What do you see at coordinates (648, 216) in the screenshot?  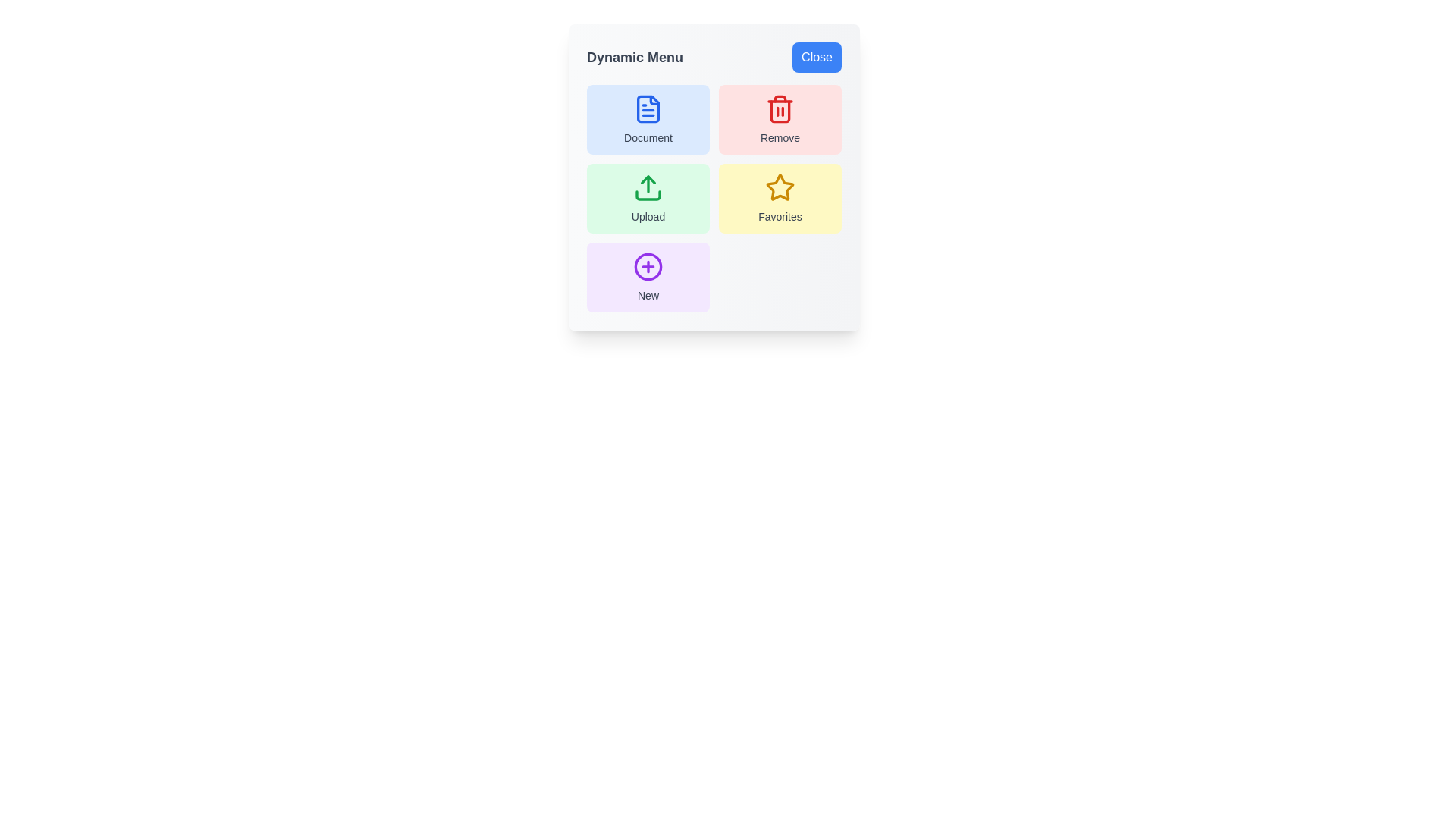 I see `text label that says 'Upload', which is styled in small gray font and located at the bottom of a green button, below an upward arrow icon` at bounding box center [648, 216].